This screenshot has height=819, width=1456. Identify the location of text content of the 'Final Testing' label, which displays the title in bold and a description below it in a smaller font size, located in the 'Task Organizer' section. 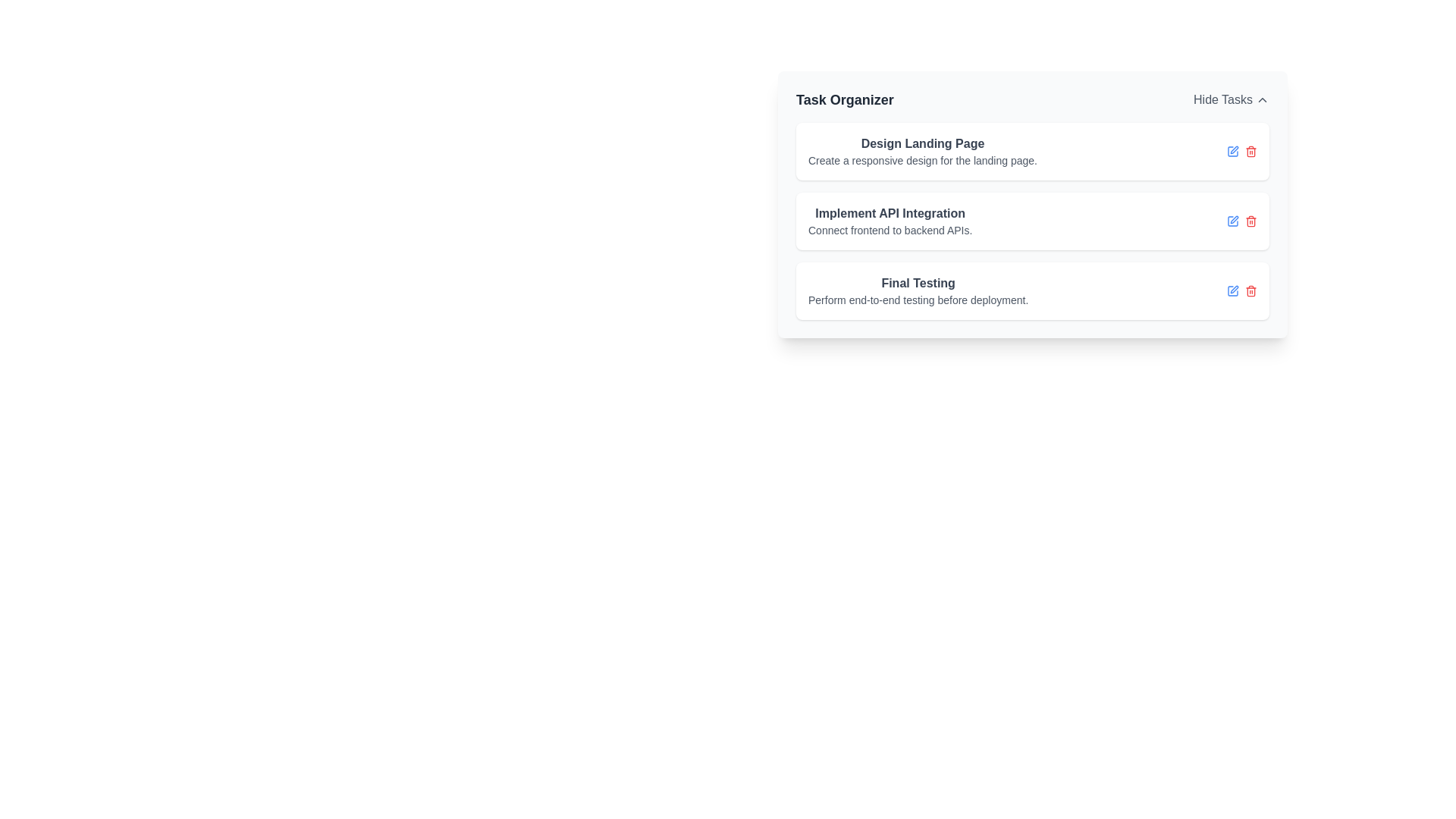
(918, 291).